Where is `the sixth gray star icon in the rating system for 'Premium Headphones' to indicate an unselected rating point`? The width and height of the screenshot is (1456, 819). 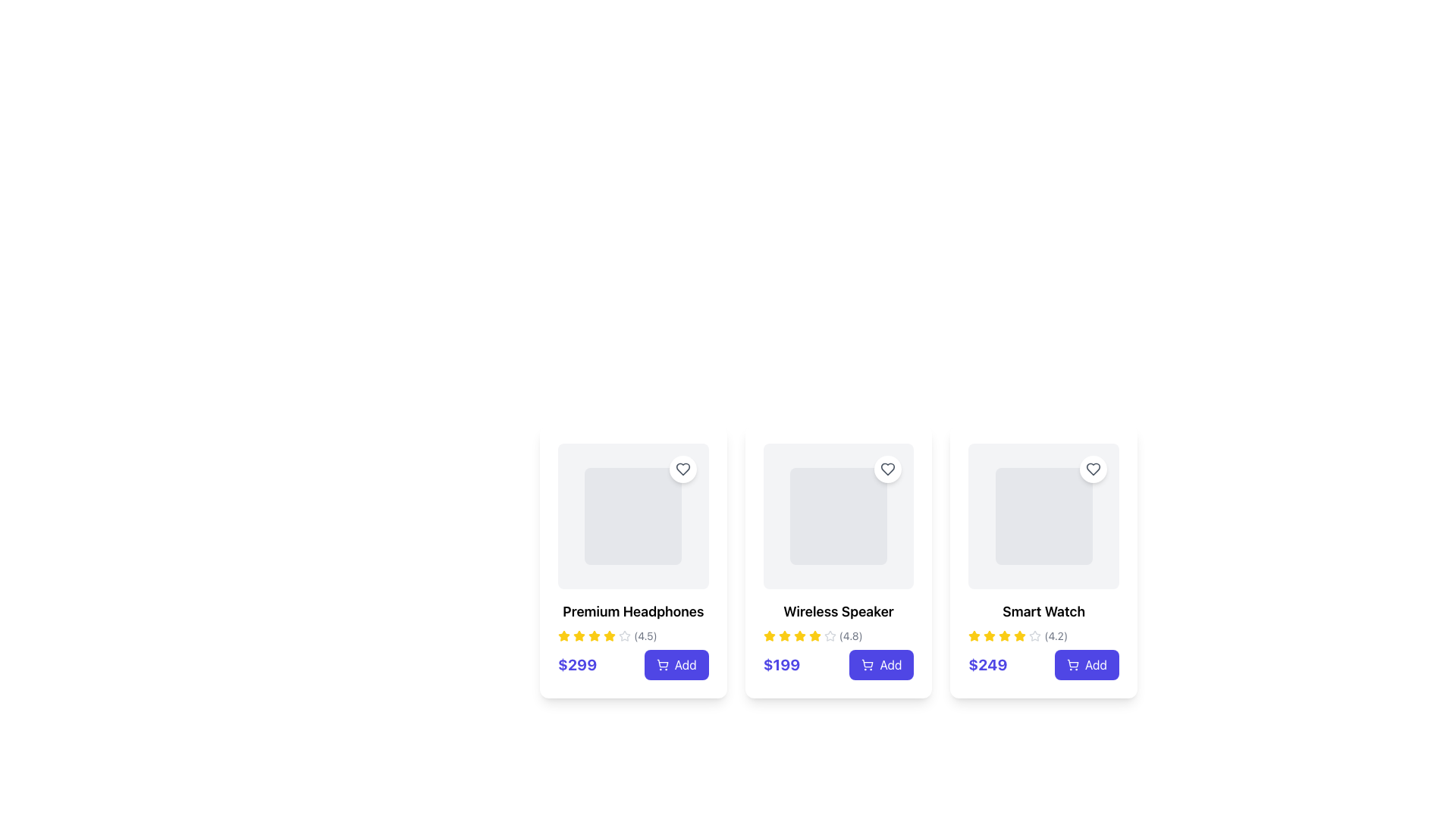 the sixth gray star icon in the rating system for 'Premium Headphones' to indicate an unselected rating point is located at coordinates (625, 636).